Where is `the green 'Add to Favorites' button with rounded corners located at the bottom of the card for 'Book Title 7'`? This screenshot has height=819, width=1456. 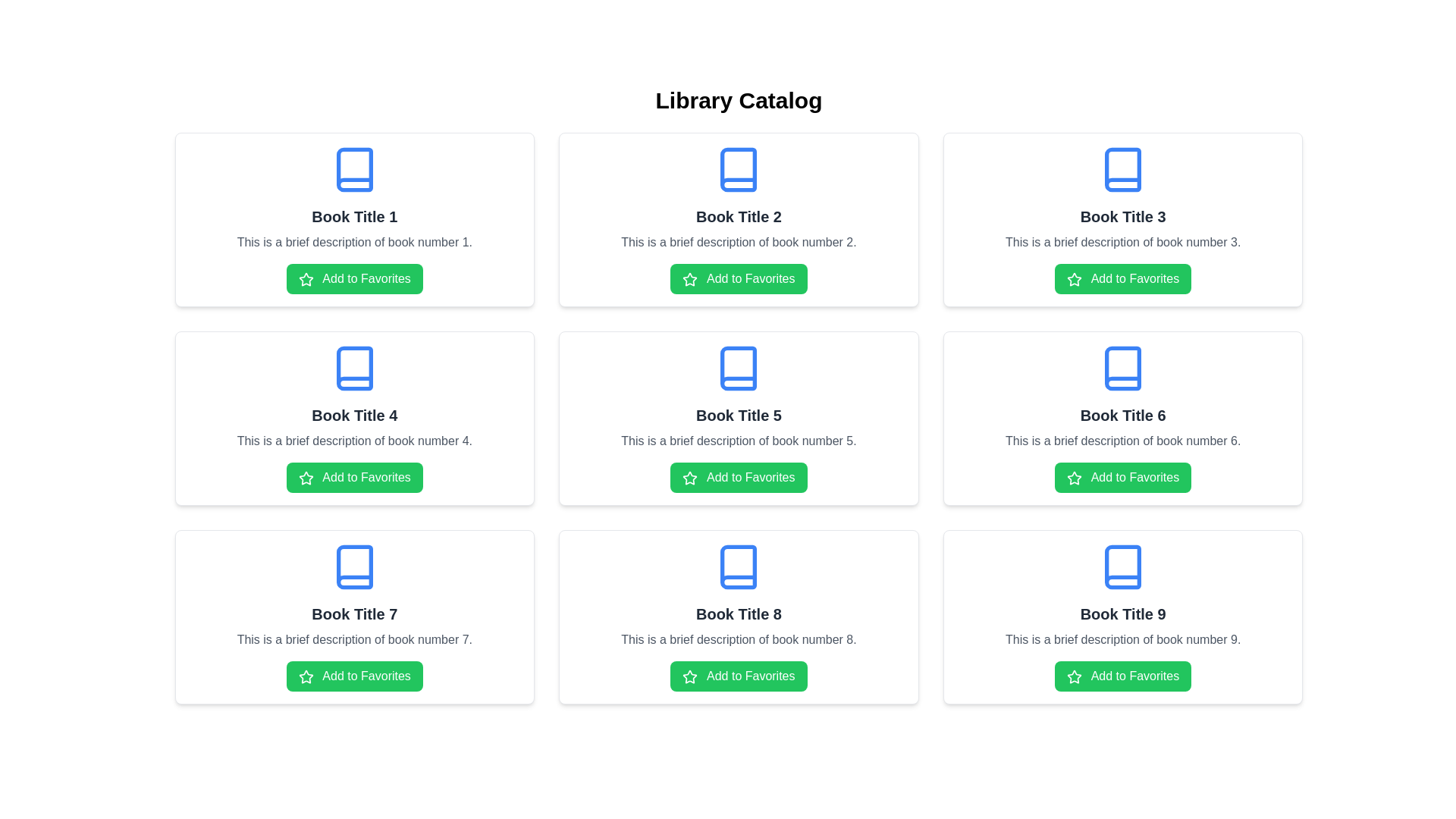
the green 'Add to Favorites' button with rounded corners located at the bottom of the card for 'Book Title 7' is located at coordinates (353, 675).